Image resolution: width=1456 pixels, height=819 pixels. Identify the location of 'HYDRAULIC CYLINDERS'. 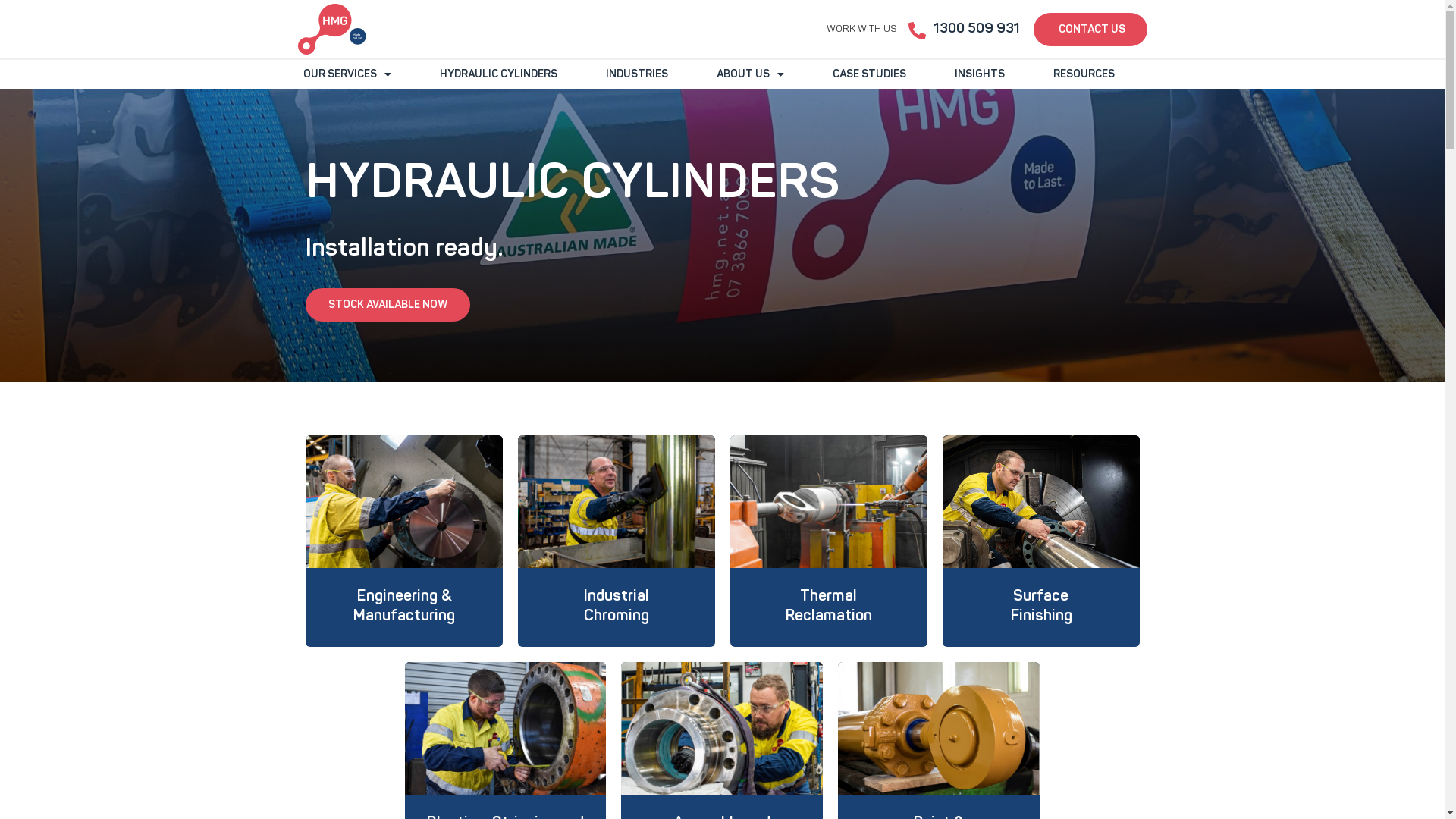
(497, 74).